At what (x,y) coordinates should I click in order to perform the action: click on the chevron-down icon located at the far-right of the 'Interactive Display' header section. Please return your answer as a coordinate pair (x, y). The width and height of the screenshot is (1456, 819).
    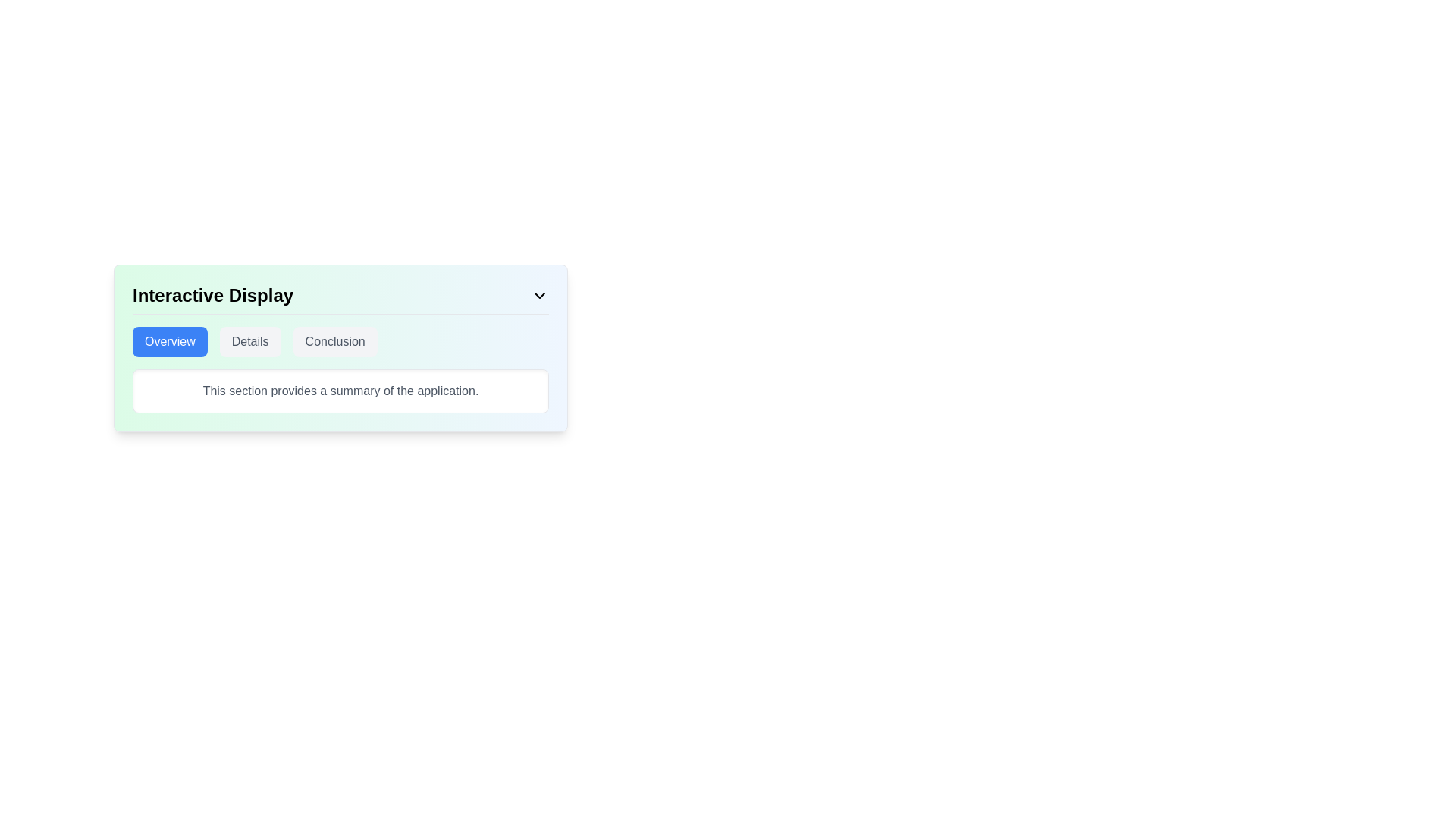
    Looking at the image, I should click on (539, 295).